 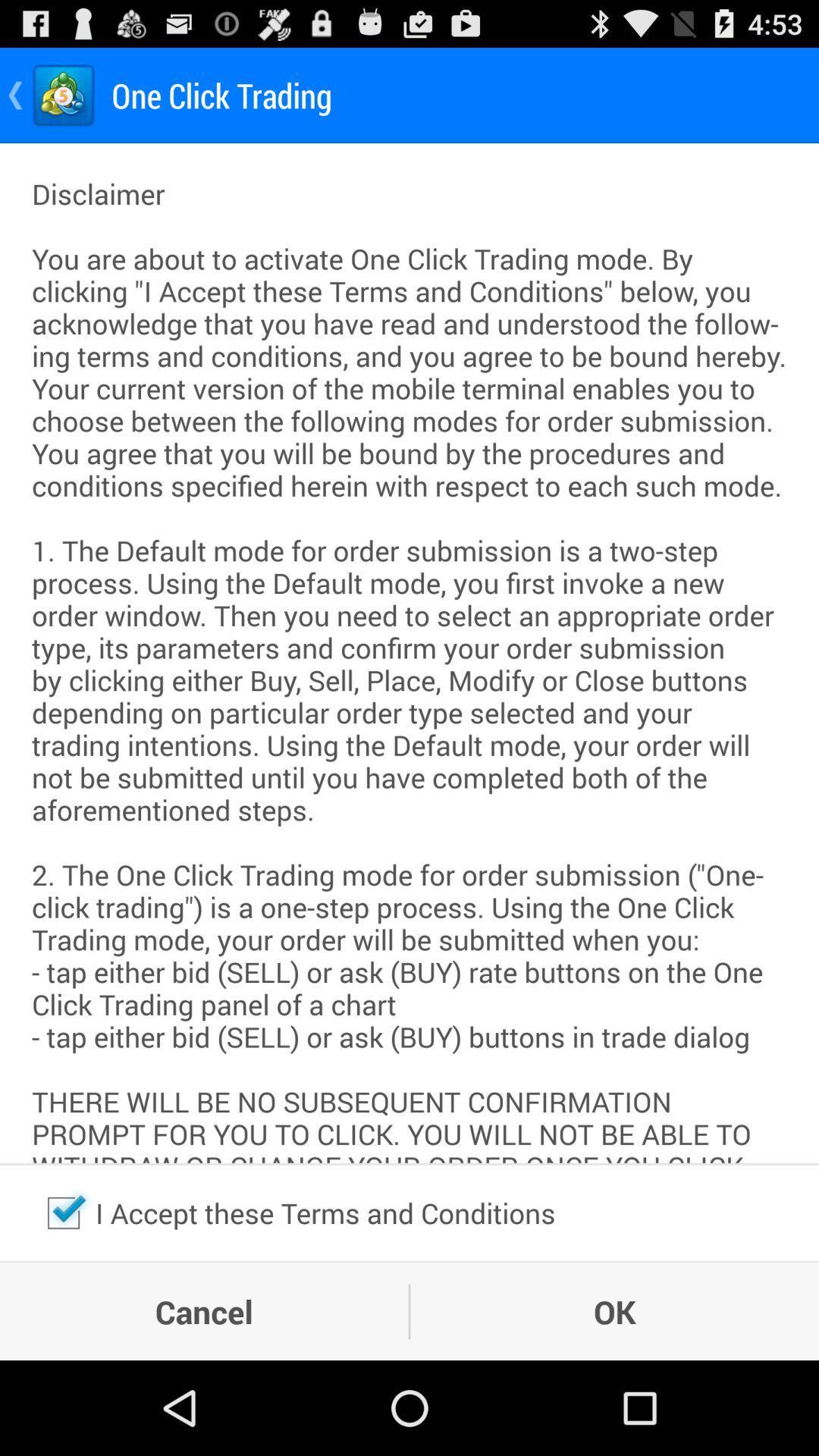 I want to click on checking box, so click(x=63, y=1212).